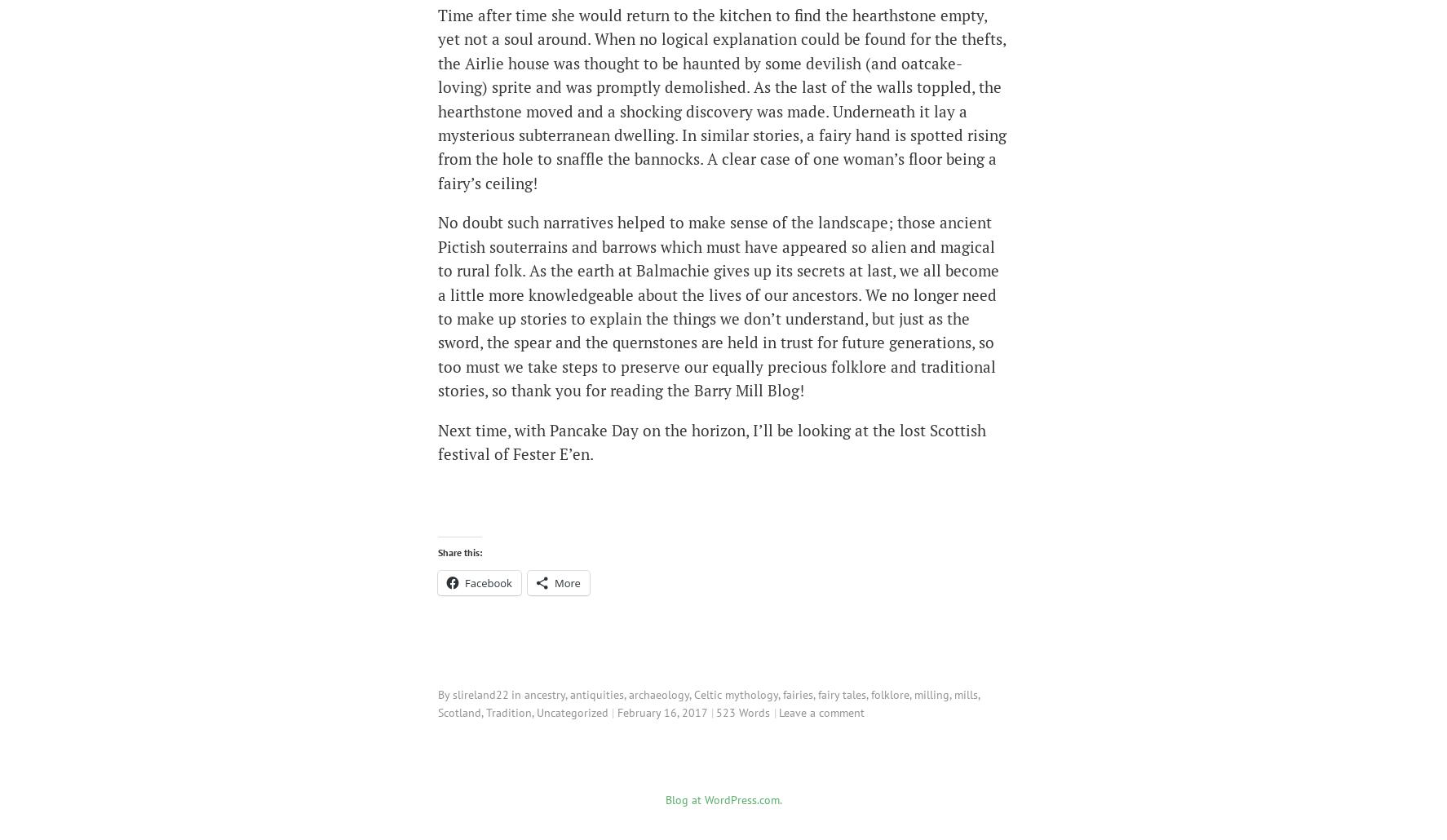 The image size is (1447, 840). What do you see at coordinates (480, 692) in the screenshot?
I see `'slireland22'` at bounding box center [480, 692].